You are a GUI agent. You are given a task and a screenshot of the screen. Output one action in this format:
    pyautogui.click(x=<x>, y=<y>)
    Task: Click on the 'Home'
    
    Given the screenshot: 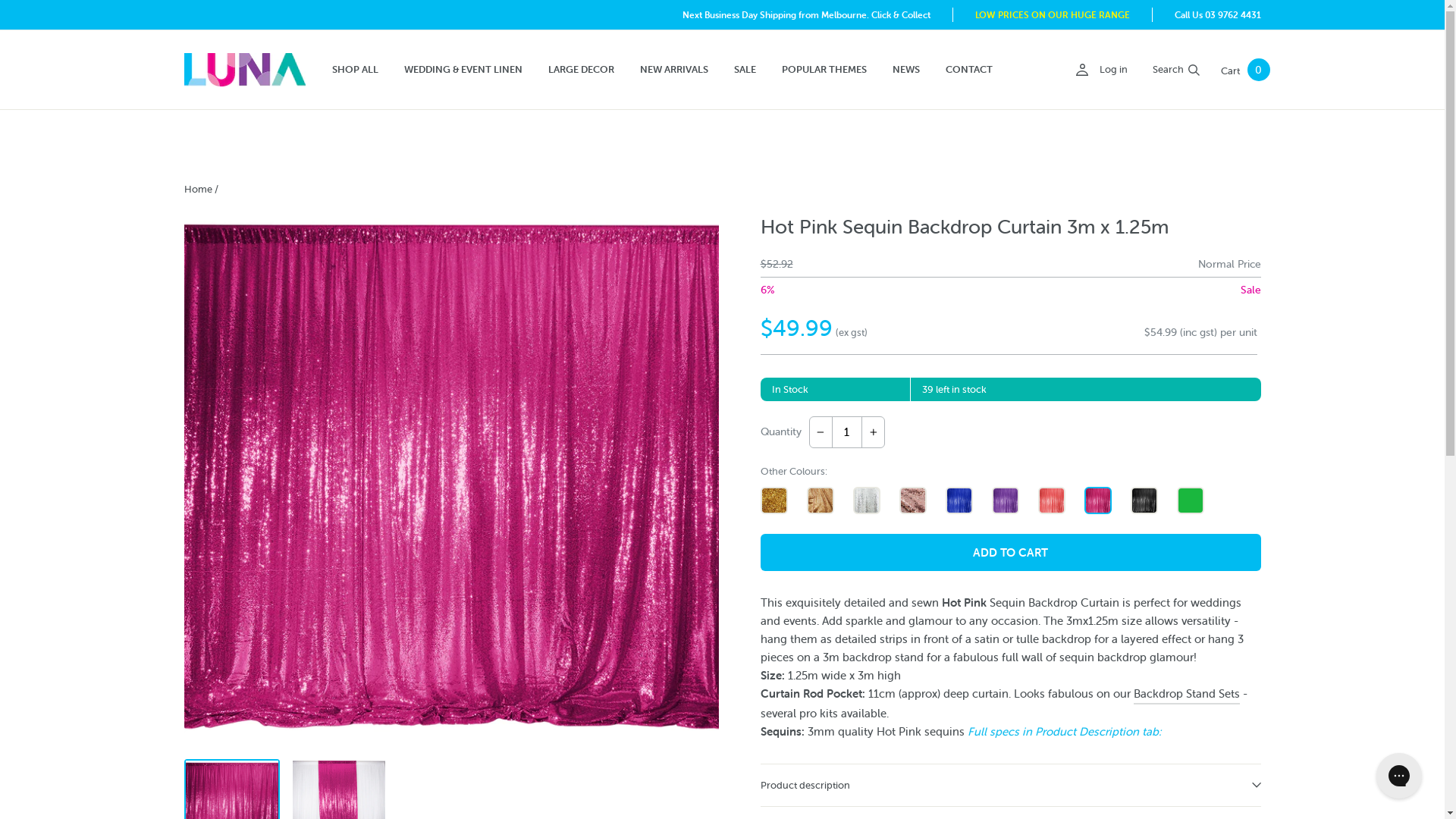 What is the action you would take?
    pyautogui.click(x=182, y=188)
    